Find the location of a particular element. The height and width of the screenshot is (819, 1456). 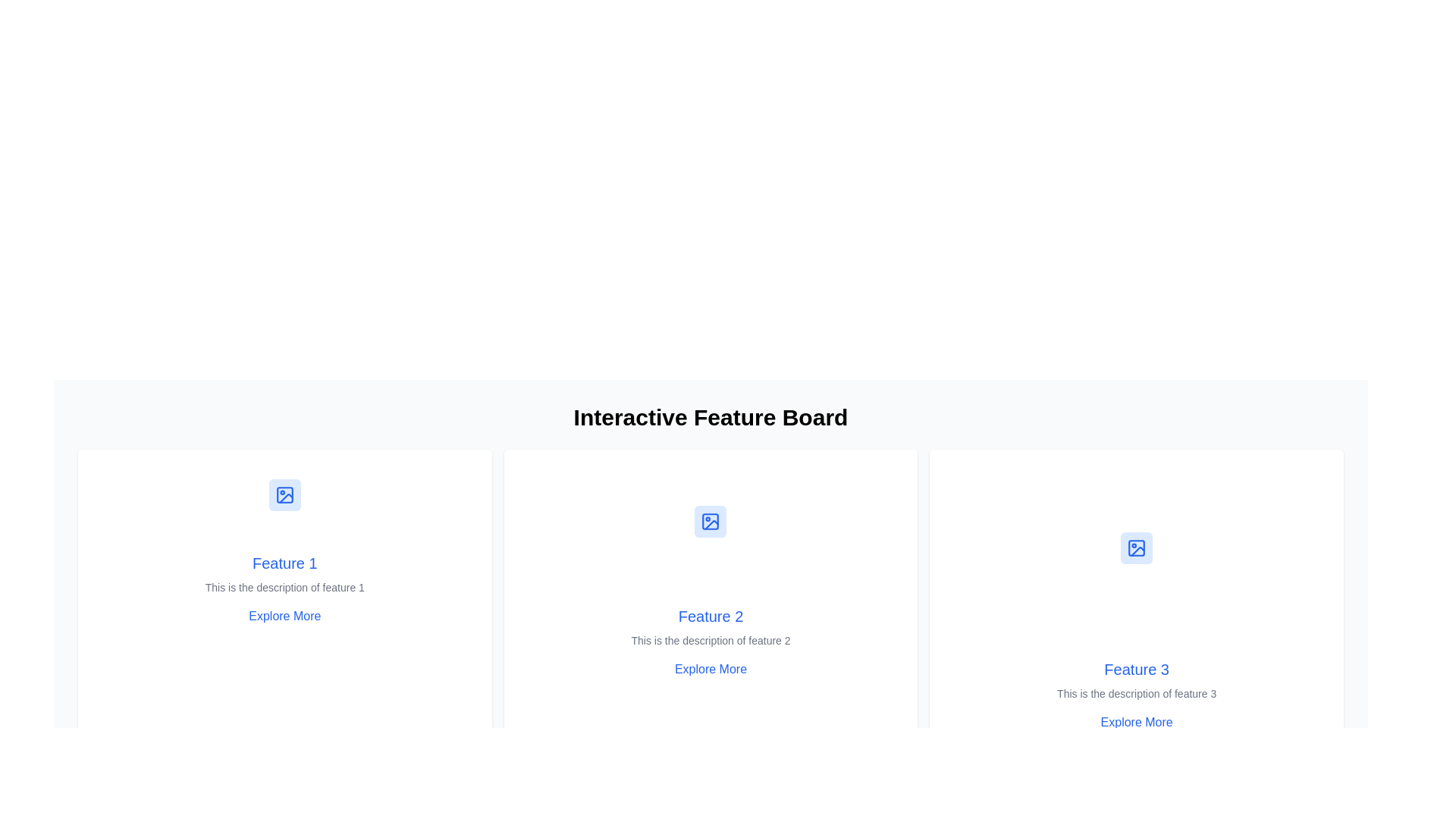

the SVG icon located at the top center of the second feature card titled 'Feature 2' in the Interactive Feature Board is located at coordinates (710, 520).